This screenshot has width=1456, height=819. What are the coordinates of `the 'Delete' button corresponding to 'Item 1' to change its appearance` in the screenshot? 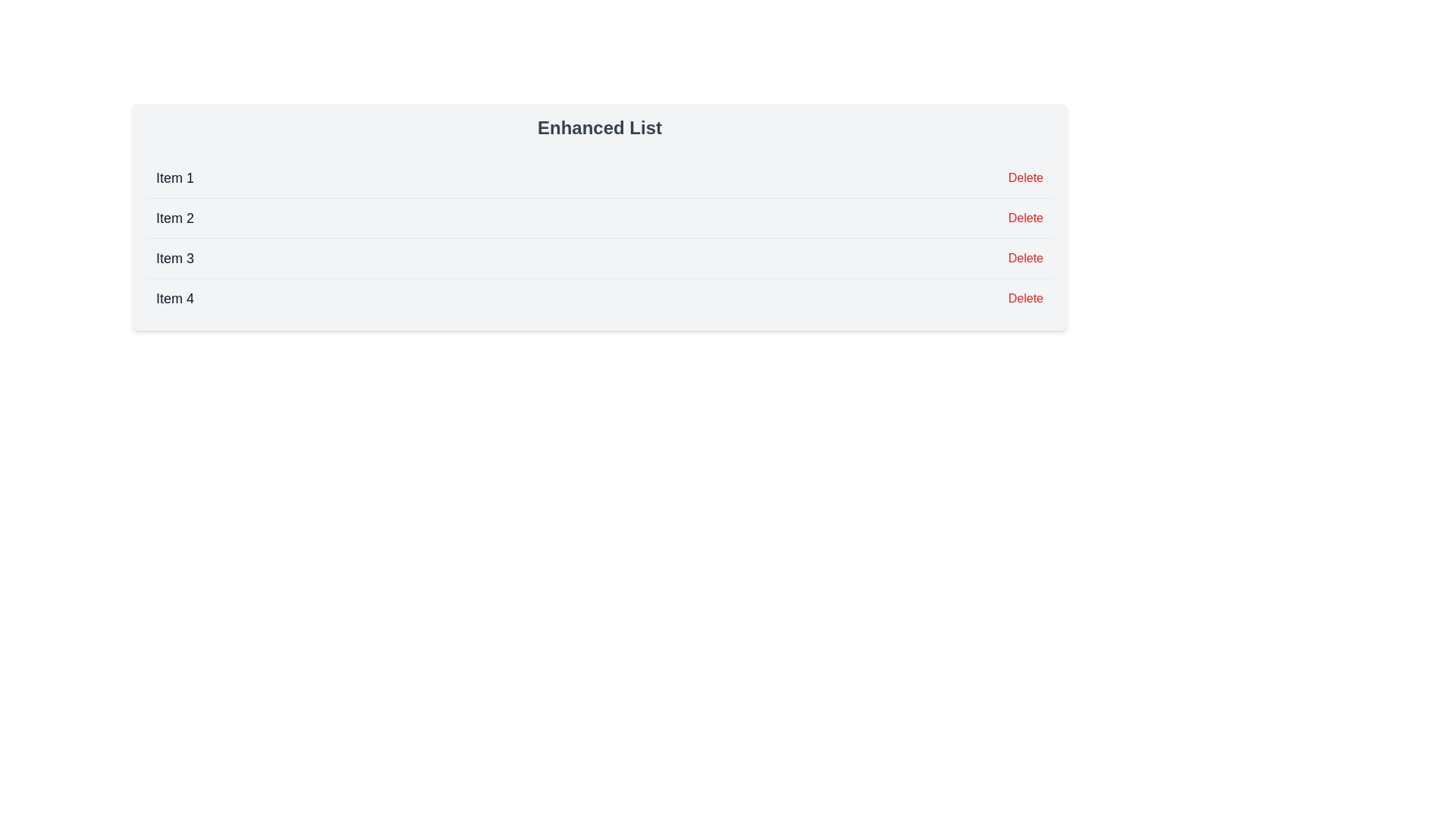 It's located at (1025, 177).